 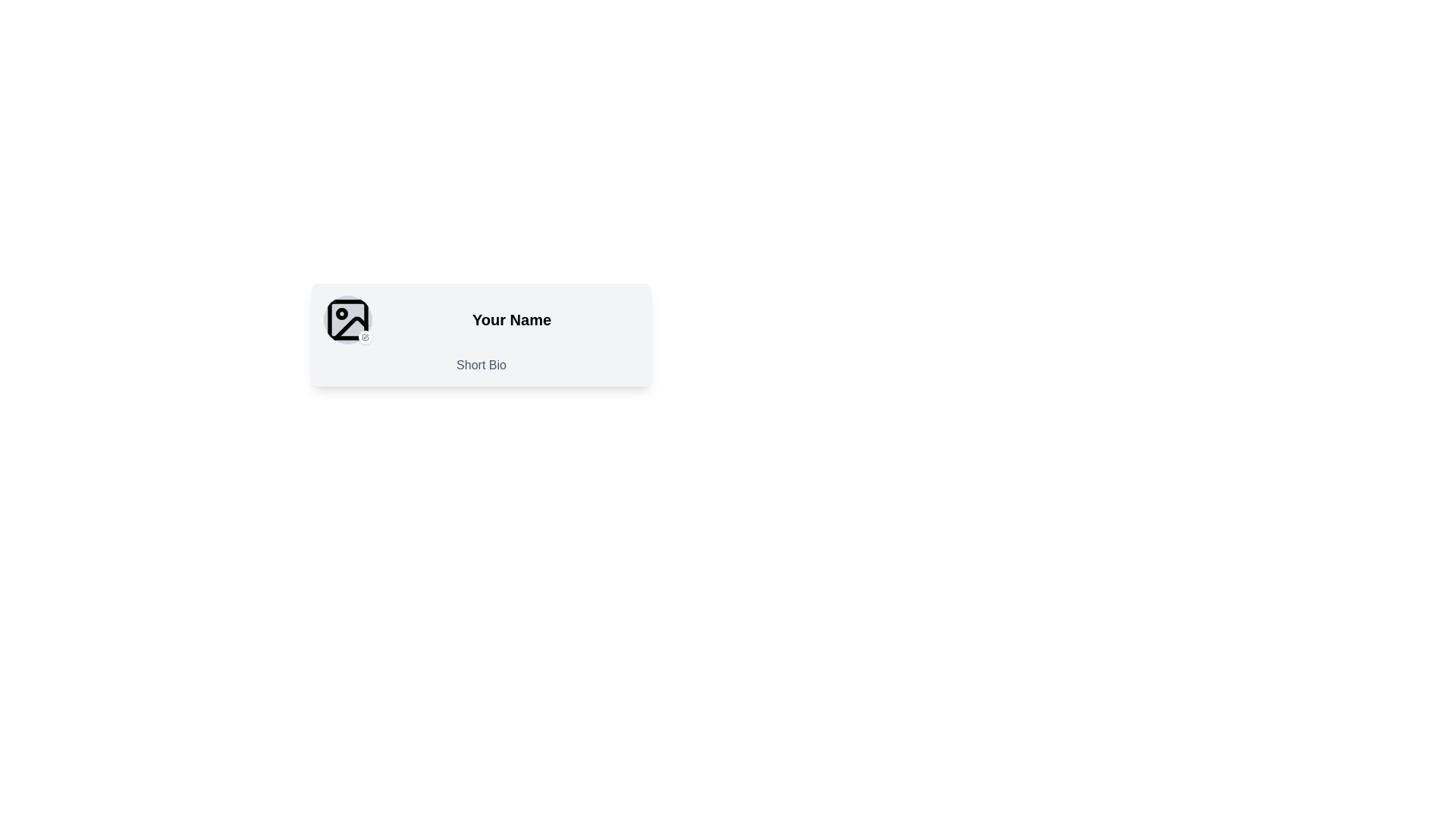 What do you see at coordinates (365, 336) in the screenshot?
I see `the button located at the bottom-right edge of the profile picture` at bounding box center [365, 336].